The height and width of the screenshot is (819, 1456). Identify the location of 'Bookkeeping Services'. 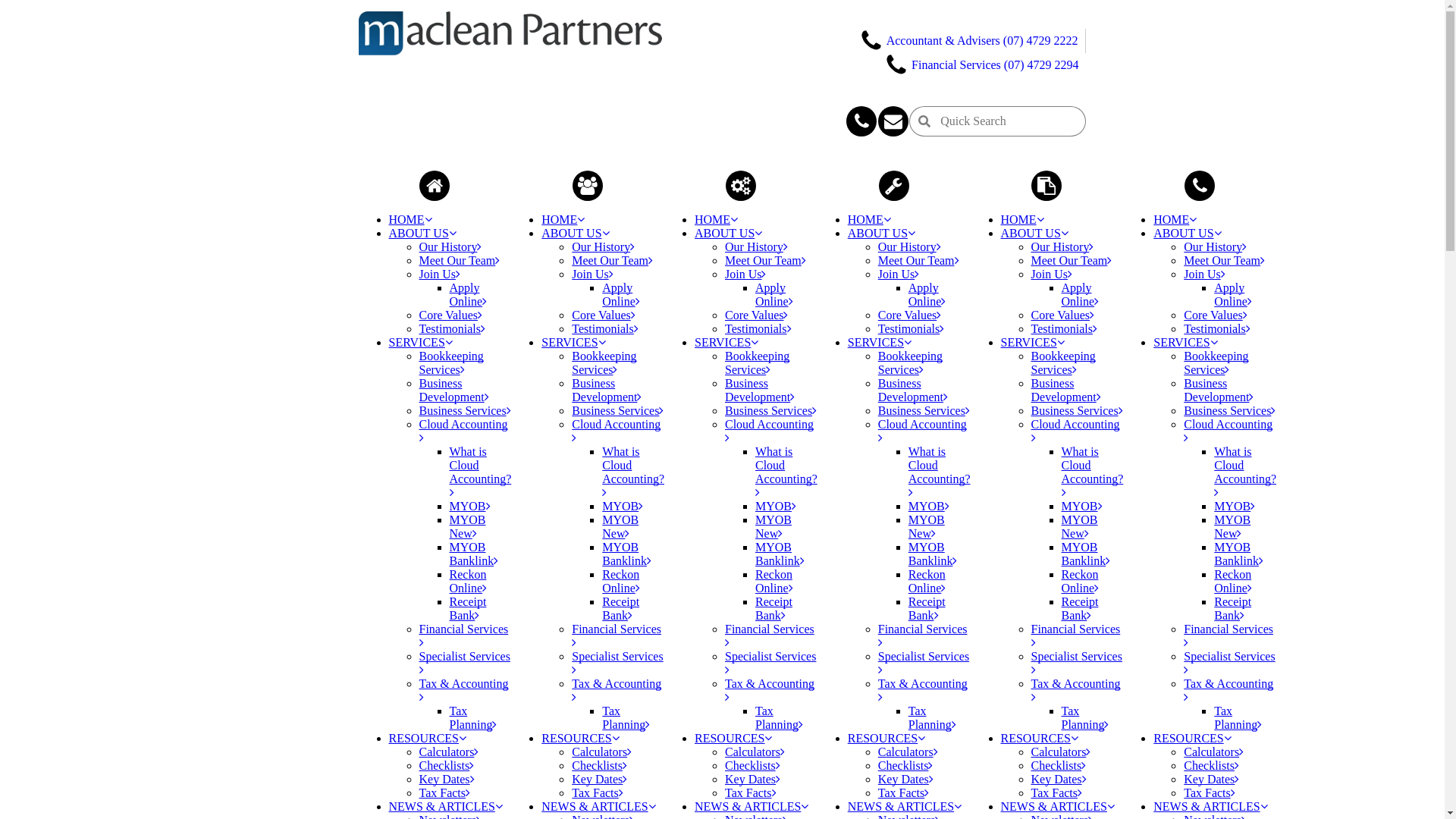
(757, 362).